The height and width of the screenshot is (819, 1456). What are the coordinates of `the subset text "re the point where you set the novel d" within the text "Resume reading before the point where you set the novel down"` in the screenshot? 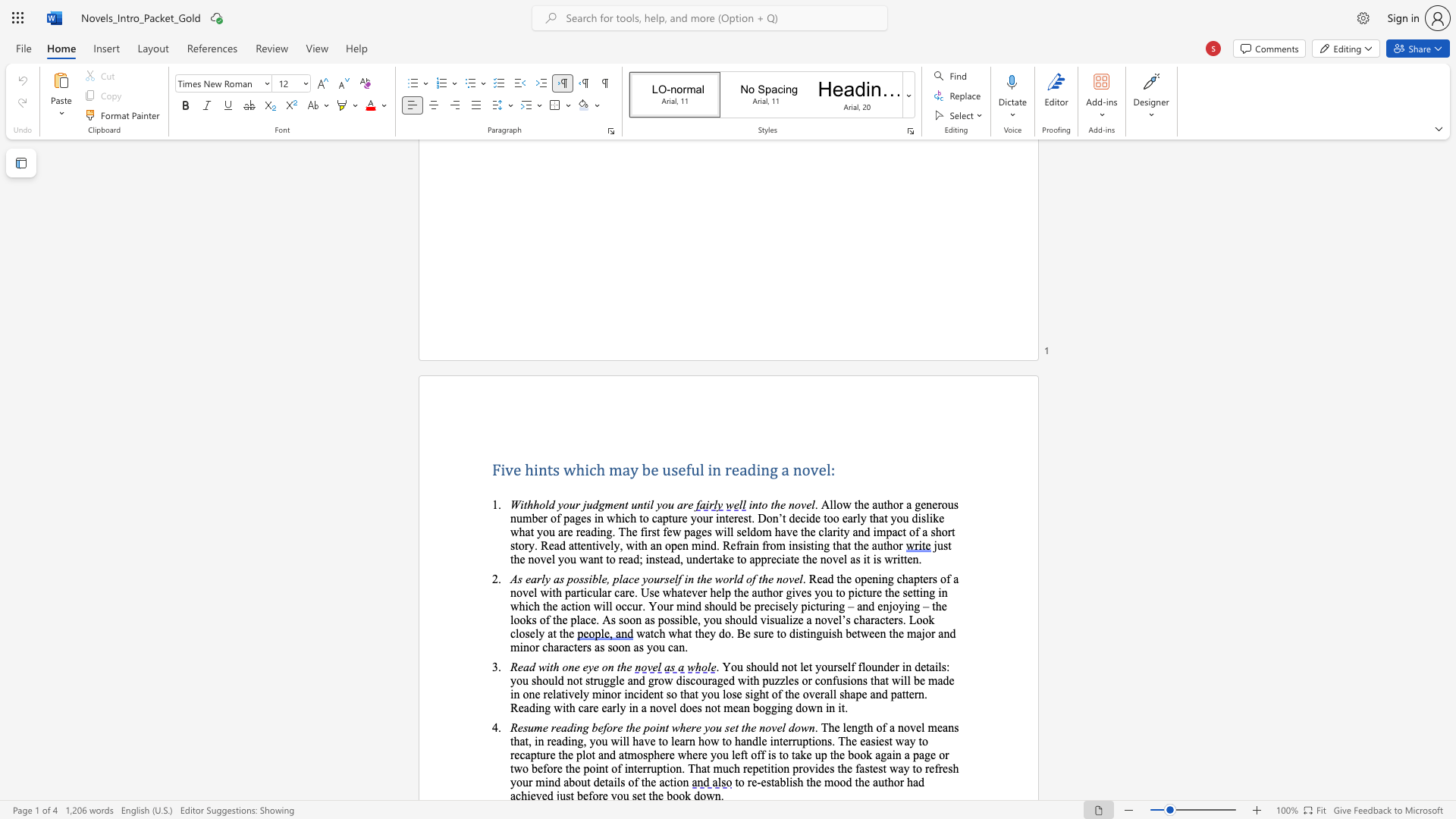 It's located at (613, 726).